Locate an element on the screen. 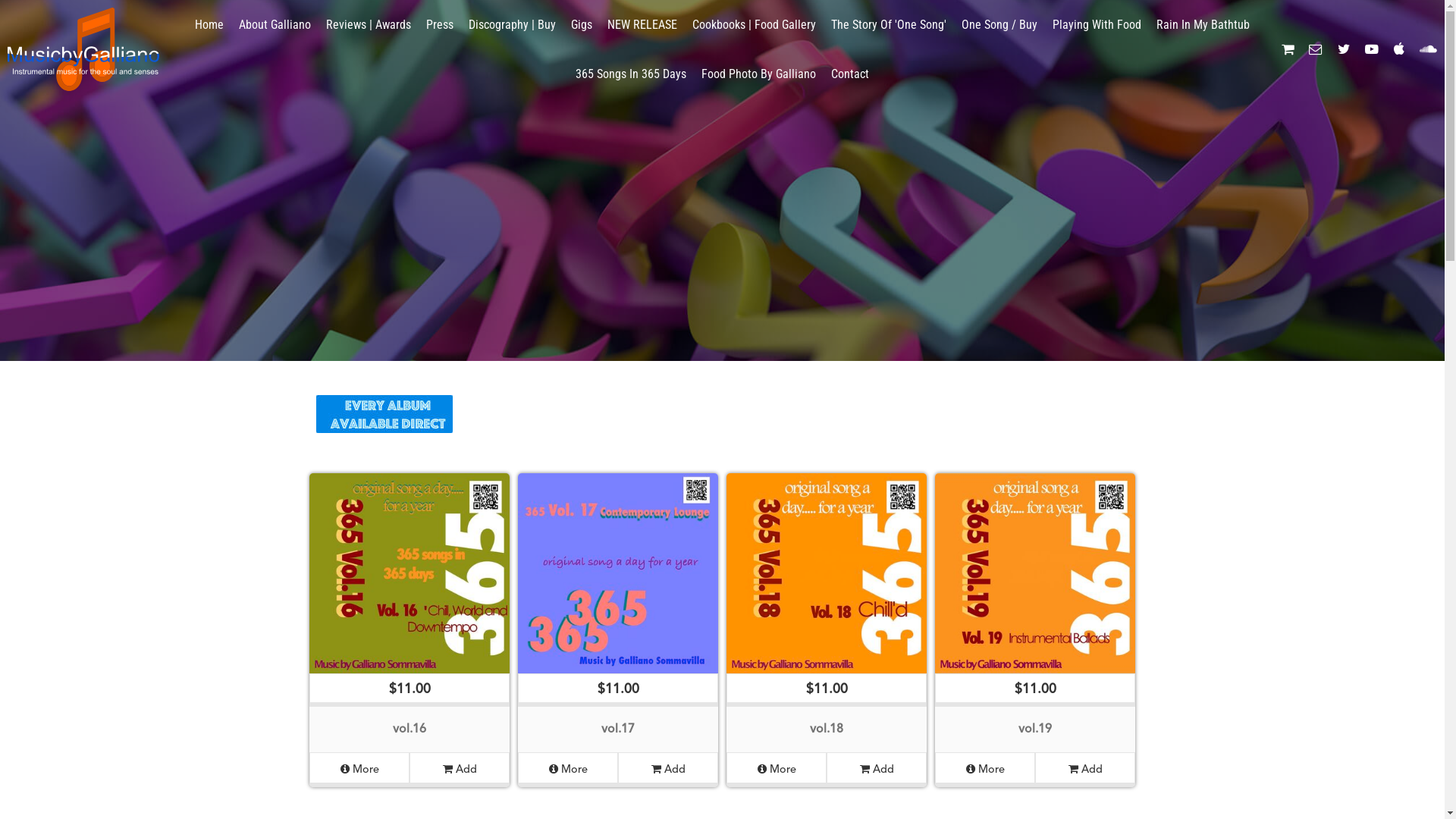 The image size is (1456, 819). 'Discography | Buy' is located at coordinates (512, 24).